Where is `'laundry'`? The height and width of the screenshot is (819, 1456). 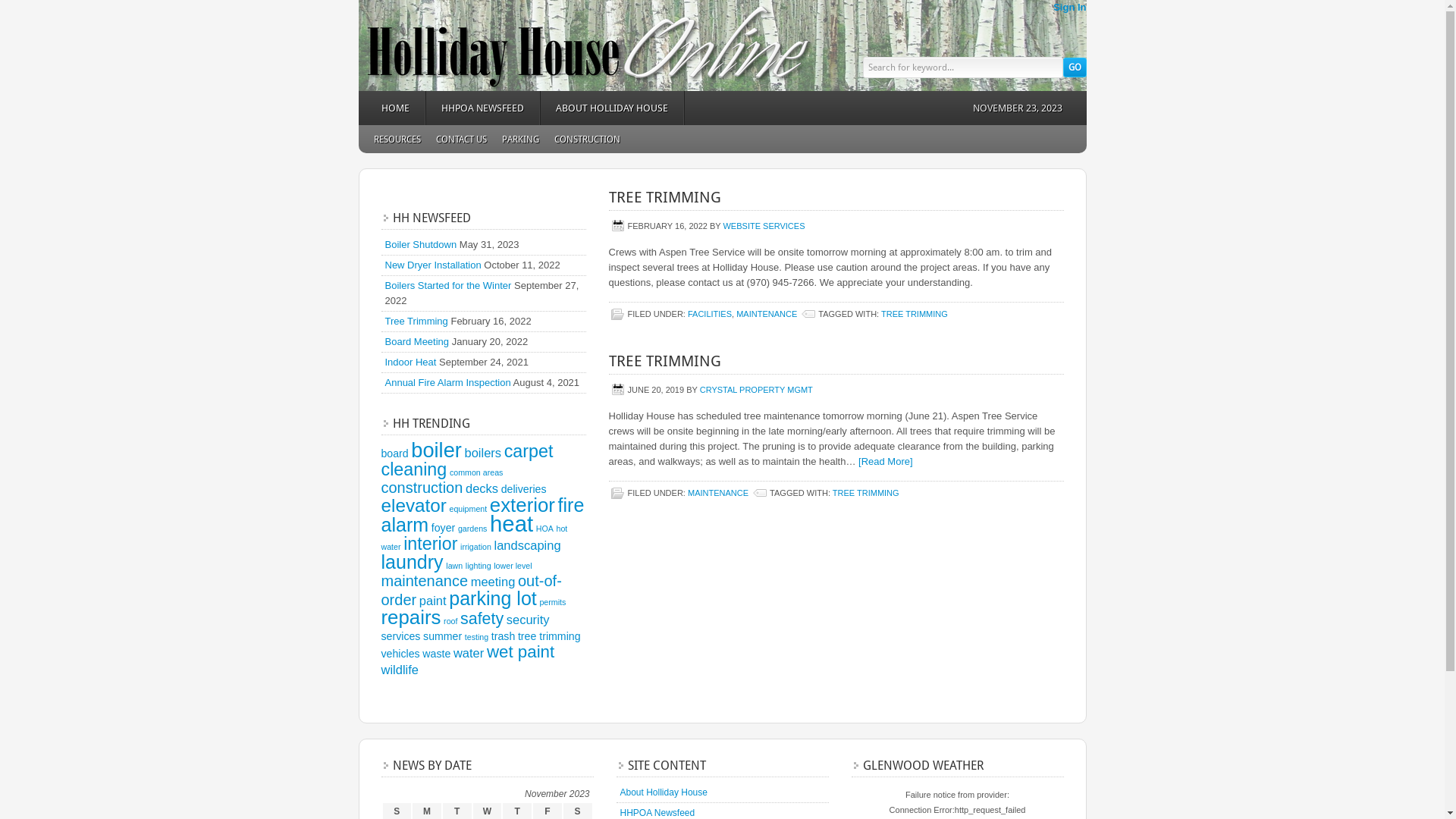 'laundry' is located at coordinates (411, 561).